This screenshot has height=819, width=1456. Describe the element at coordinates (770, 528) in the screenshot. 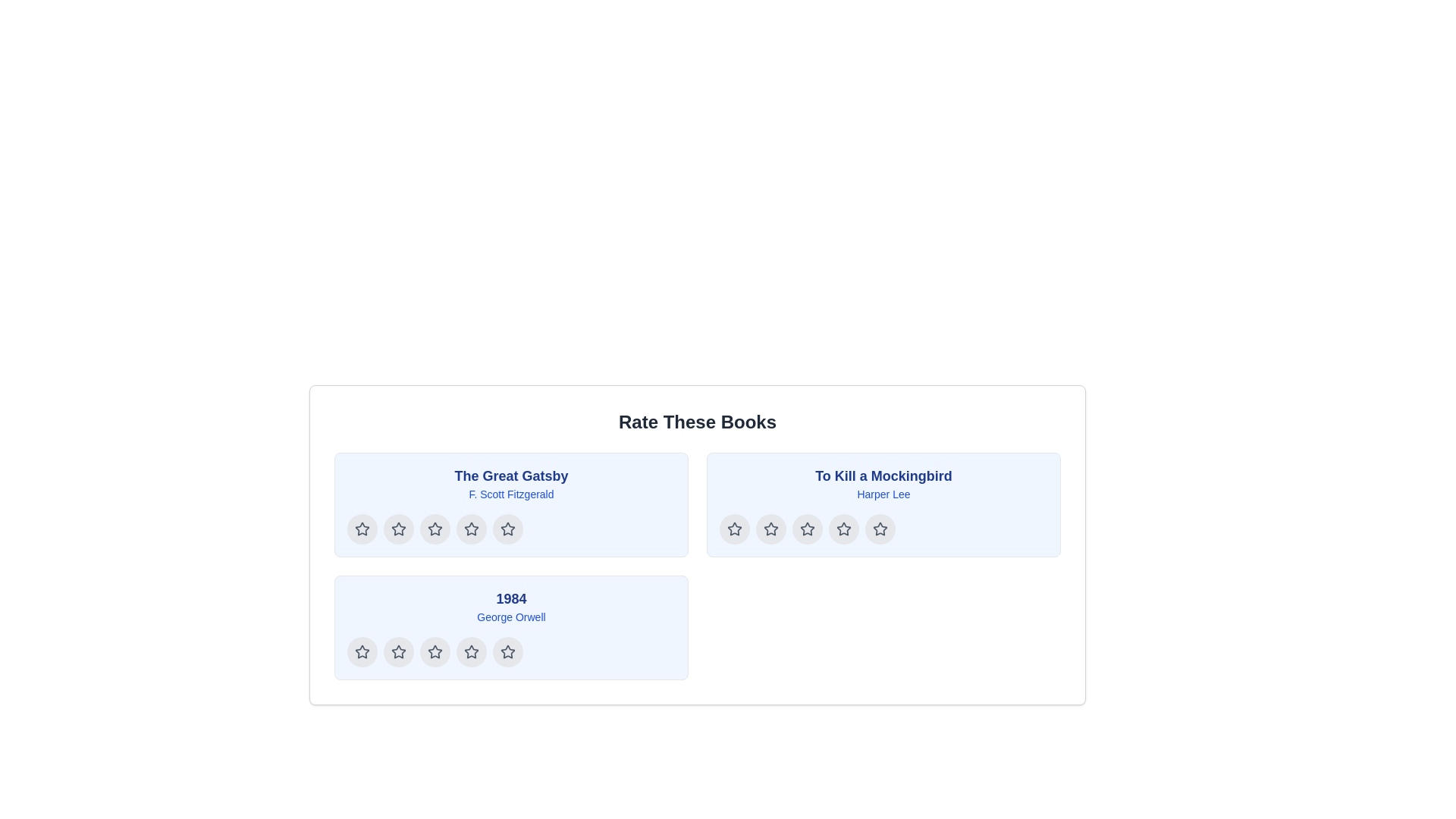

I see `the second rating star icon under the book 'To Kill a Mockingbird'` at that location.